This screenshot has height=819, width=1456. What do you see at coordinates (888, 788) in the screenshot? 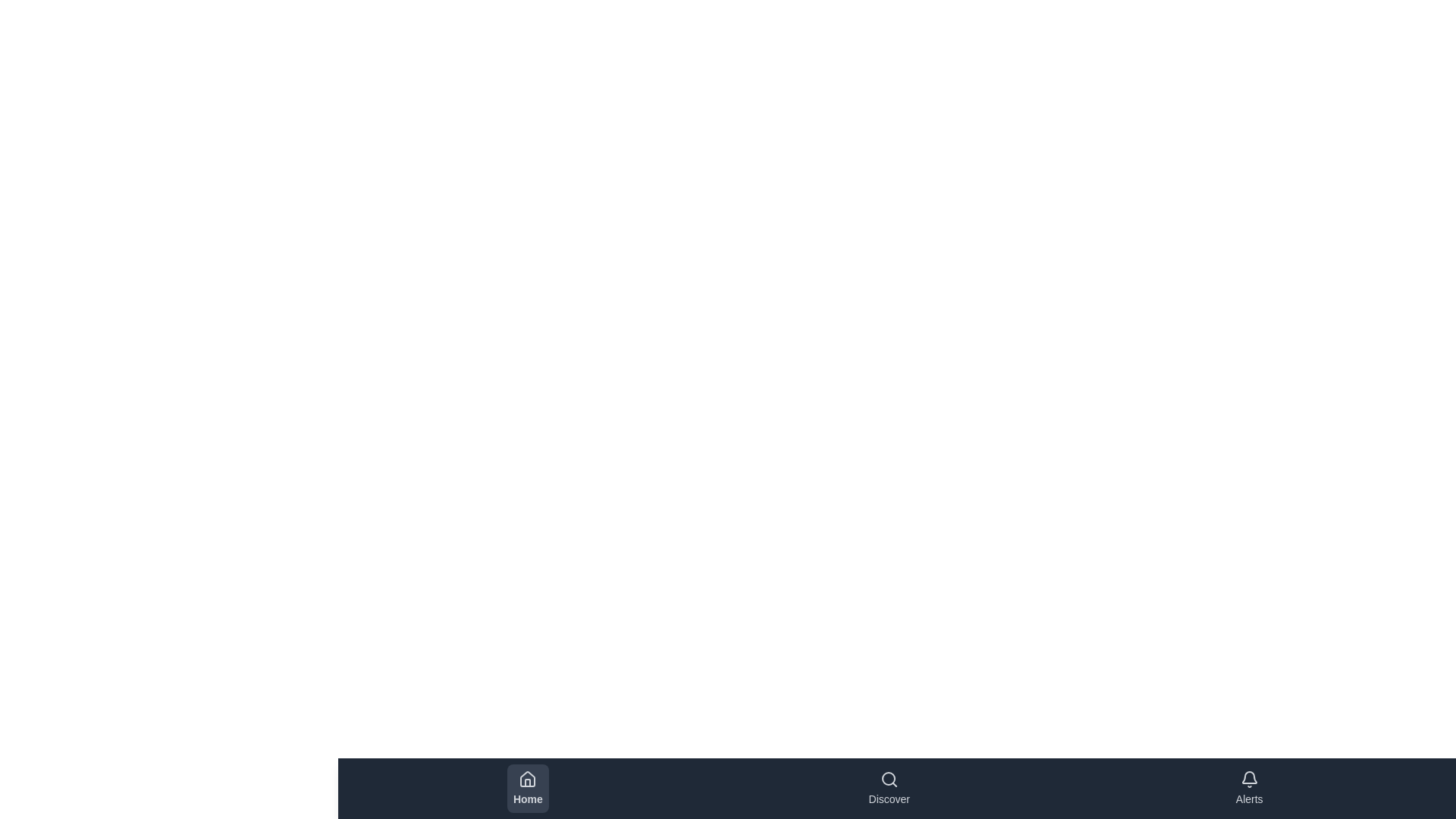
I see `the button labeled Discover to inspect its visual design` at bounding box center [888, 788].